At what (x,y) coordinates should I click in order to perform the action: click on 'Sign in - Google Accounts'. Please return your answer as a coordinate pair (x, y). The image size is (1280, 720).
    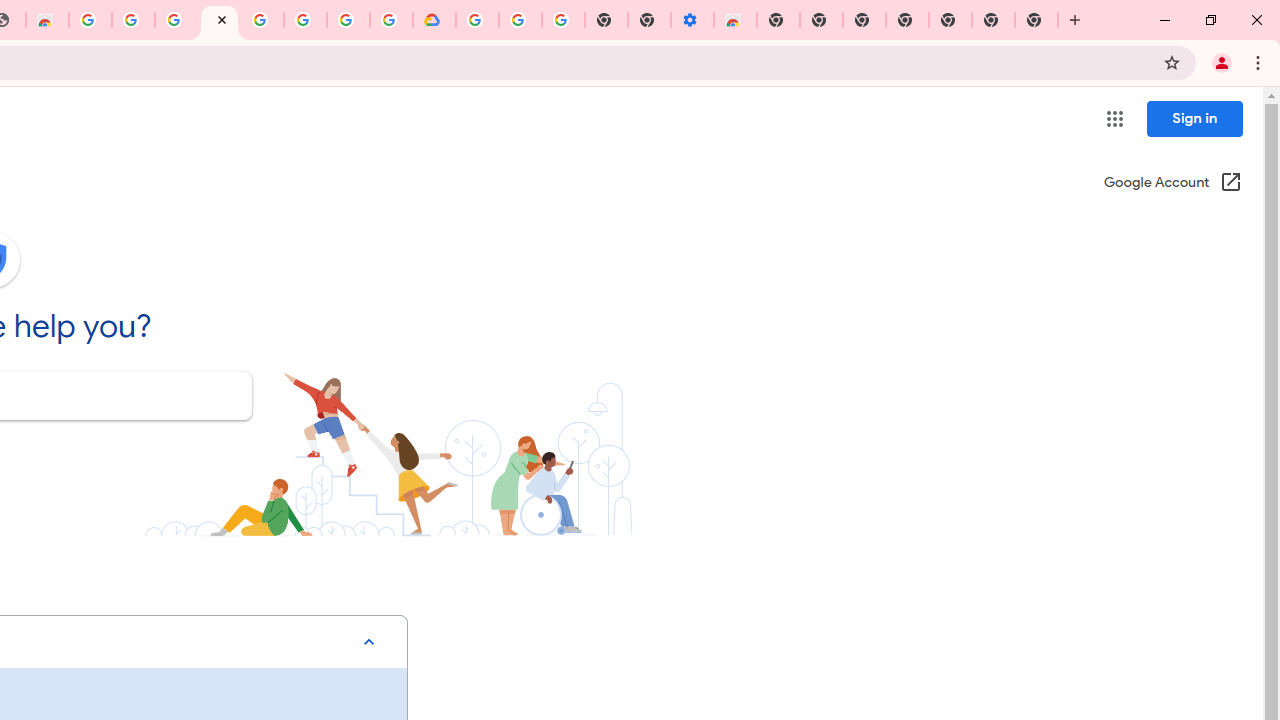
    Looking at the image, I should click on (176, 20).